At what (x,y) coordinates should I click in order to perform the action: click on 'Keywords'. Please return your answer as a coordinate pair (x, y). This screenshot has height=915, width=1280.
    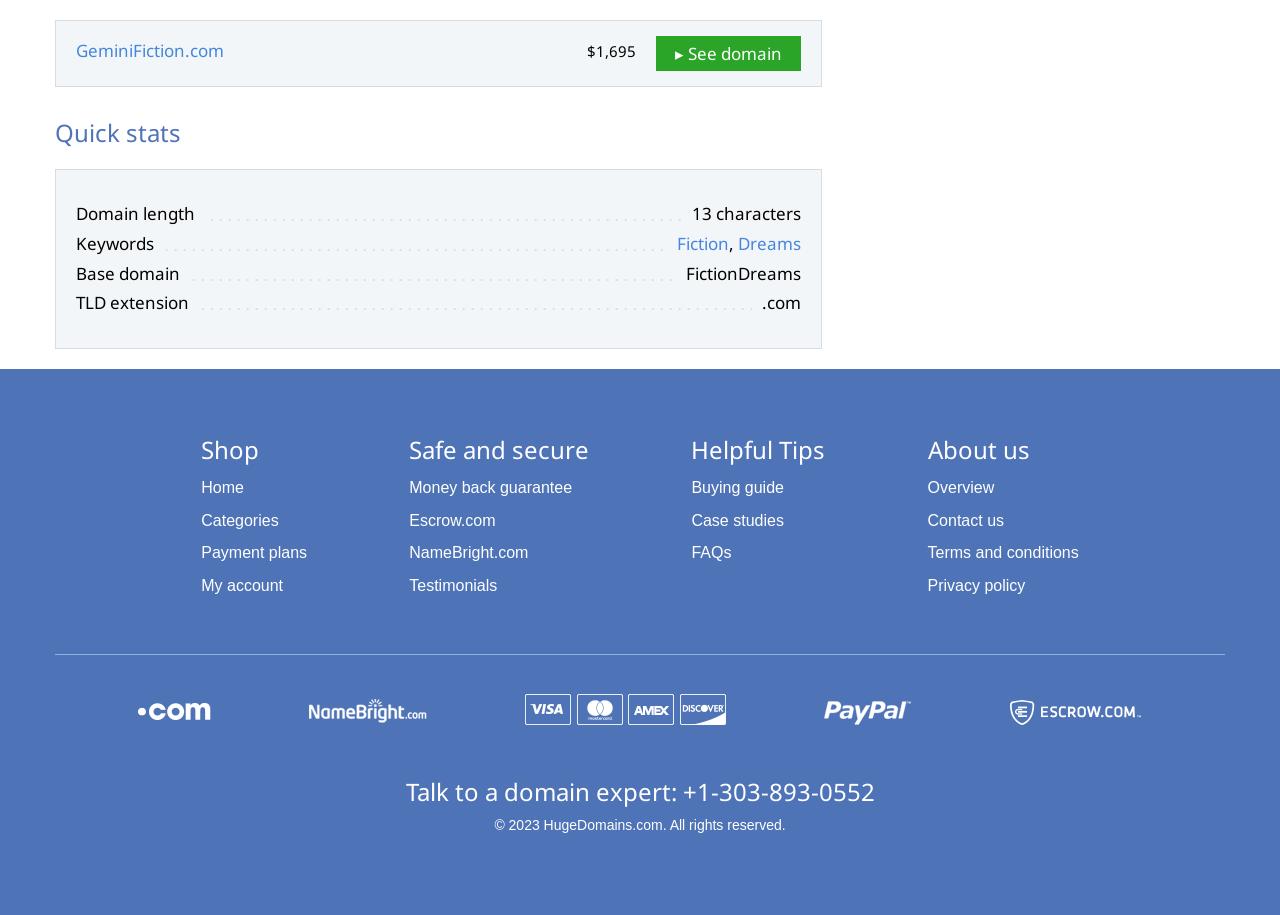
    Looking at the image, I should click on (76, 242).